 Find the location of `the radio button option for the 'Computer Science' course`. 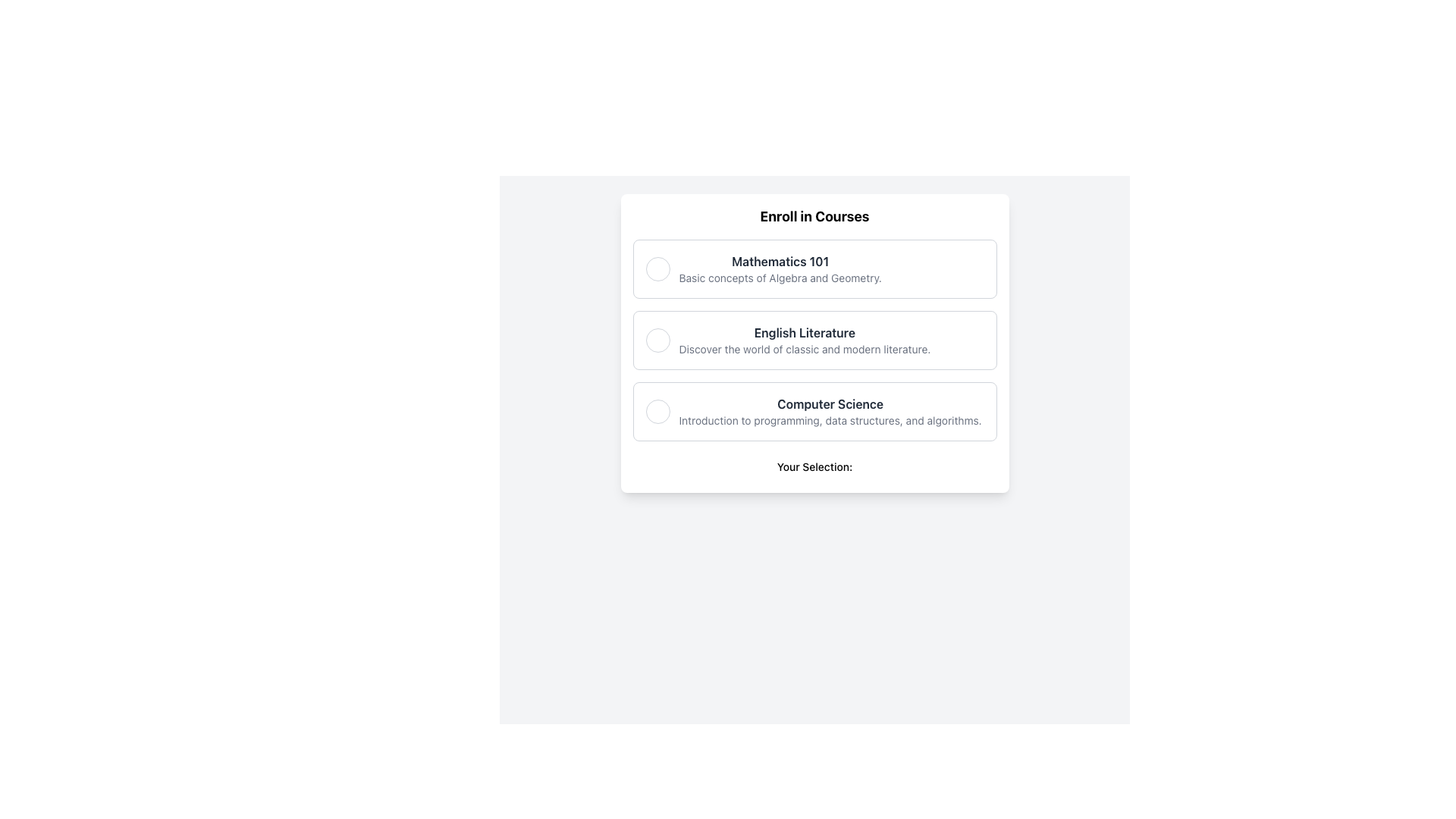

the radio button option for the 'Computer Science' course is located at coordinates (814, 412).